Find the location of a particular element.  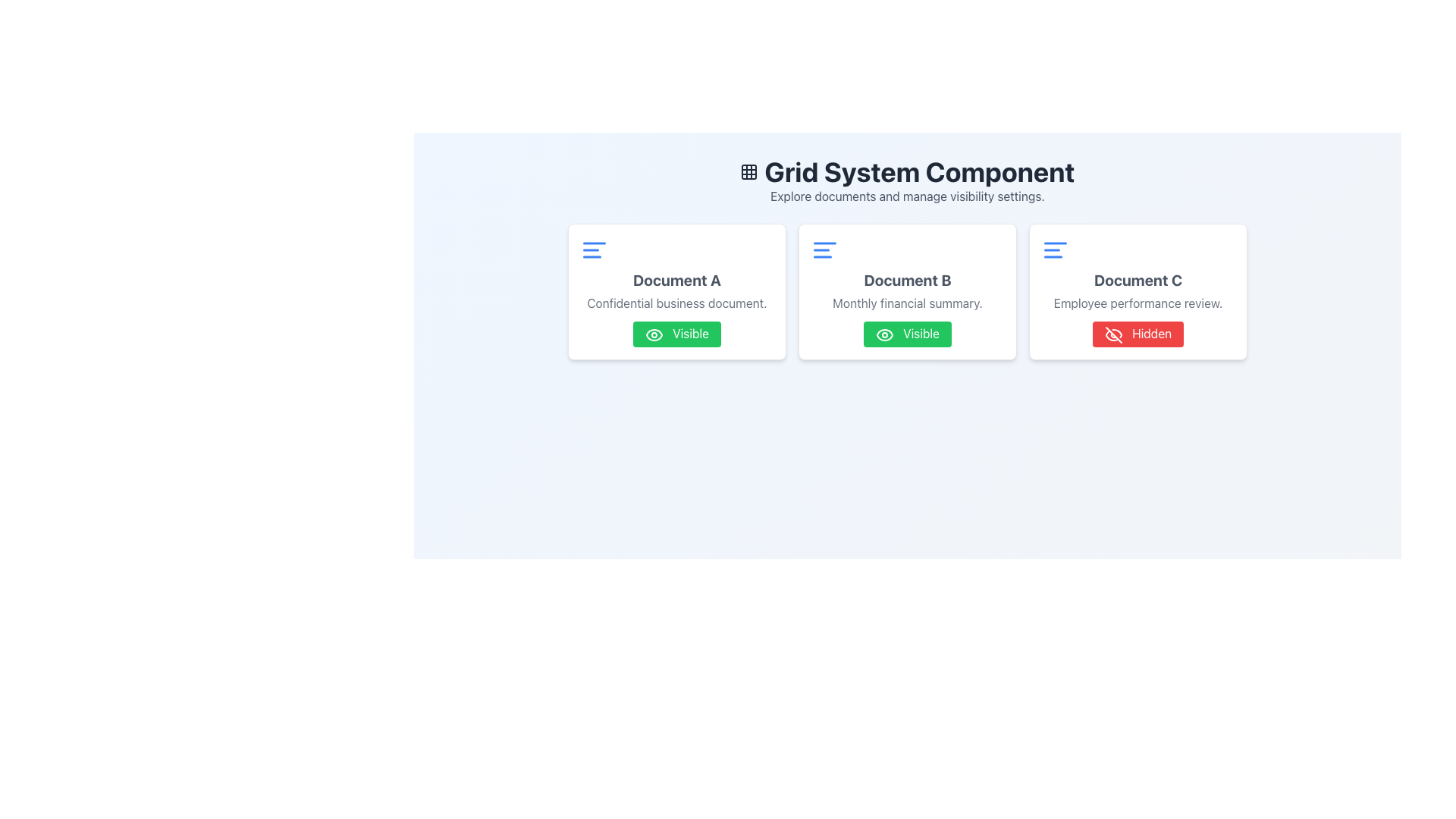

the text label that serves as the title for the section, indicating 'Grid System Component.' is located at coordinates (907, 171).